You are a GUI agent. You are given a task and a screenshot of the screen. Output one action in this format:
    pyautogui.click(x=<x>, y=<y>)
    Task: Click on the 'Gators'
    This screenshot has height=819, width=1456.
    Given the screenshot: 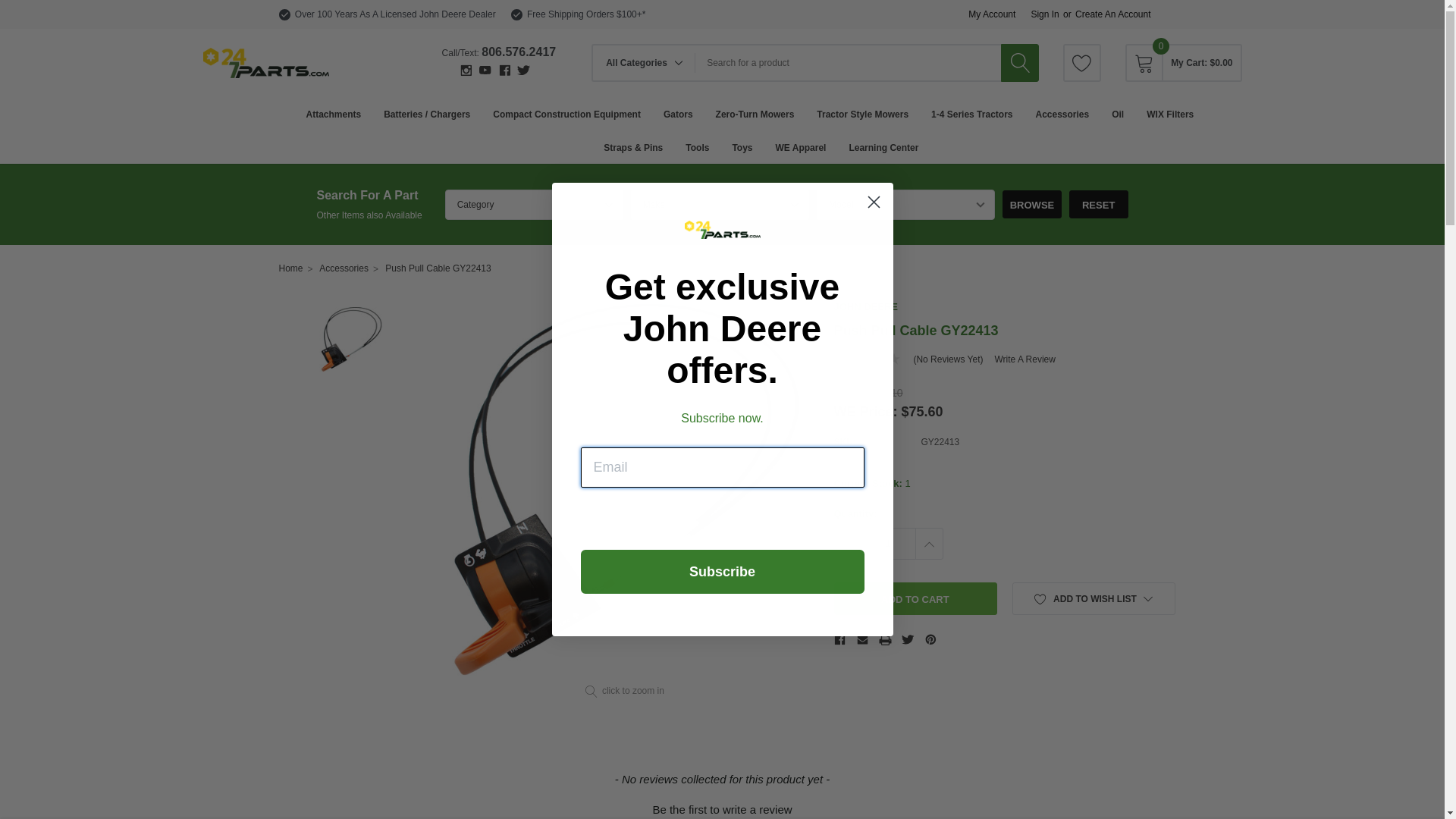 What is the action you would take?
    pyautogui.click(x=677, y=113)
    